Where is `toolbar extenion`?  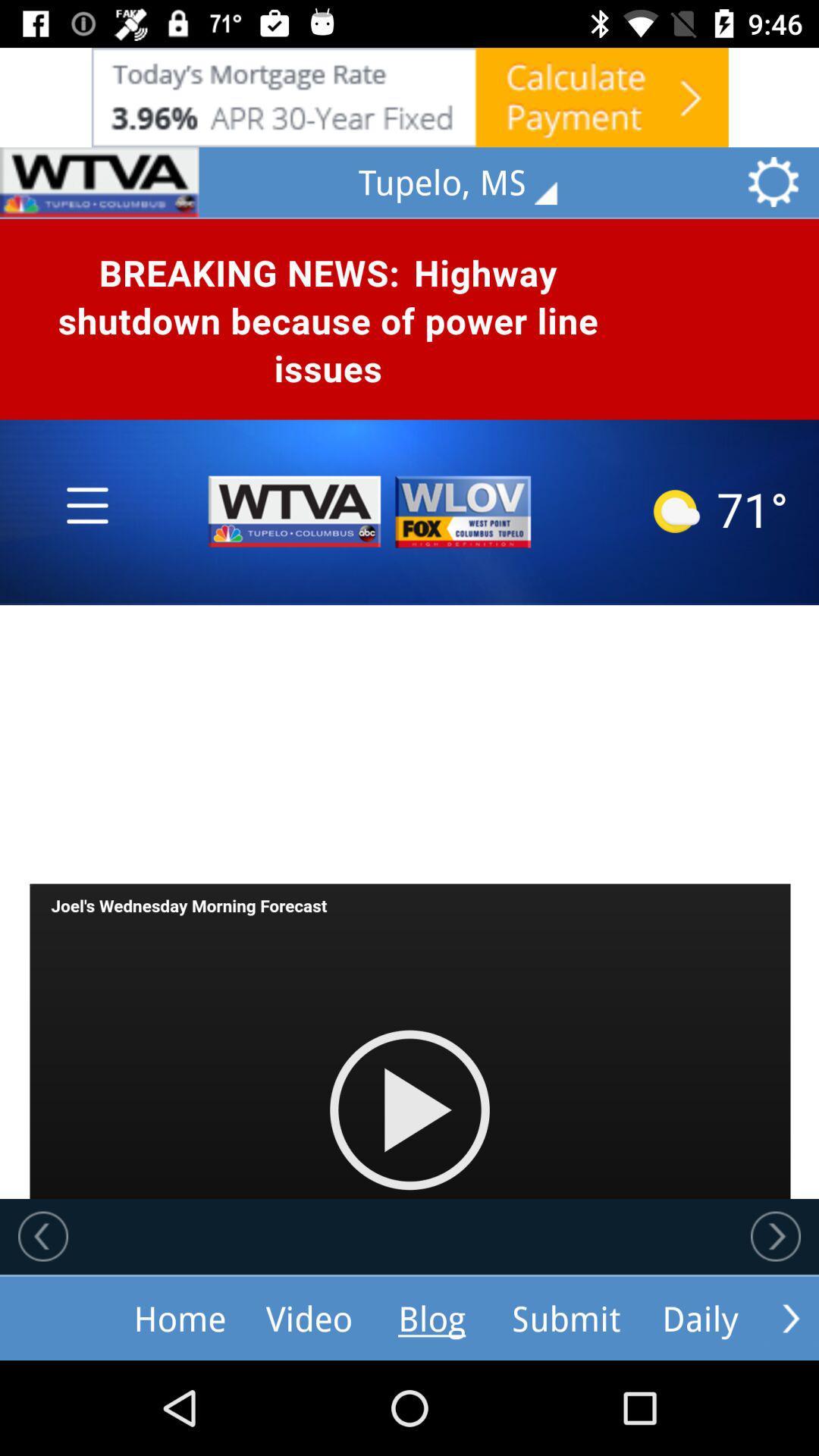 toolbar extenion is located at coordinates (790, 1317).